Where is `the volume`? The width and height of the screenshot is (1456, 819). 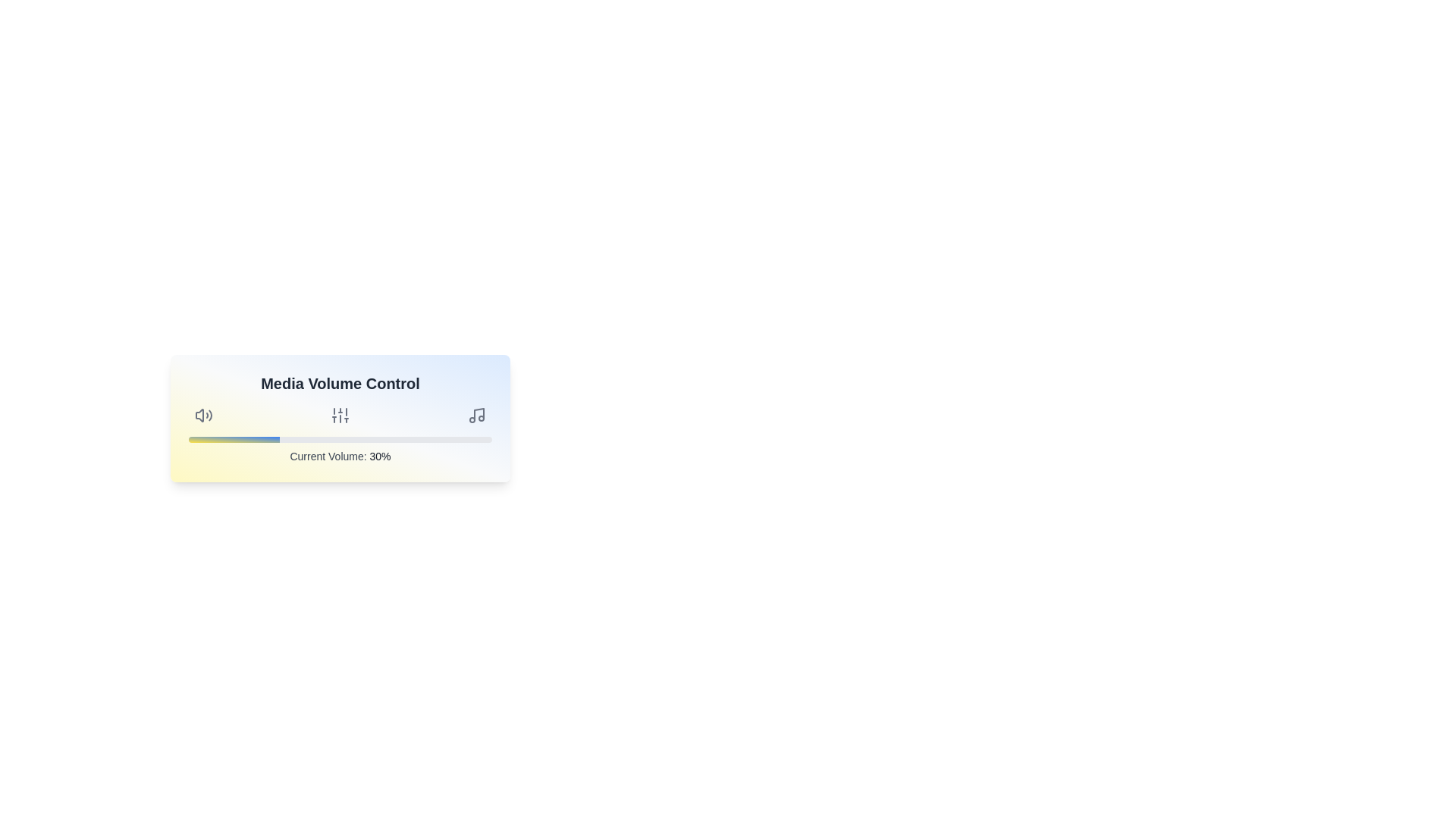
the volume is located at coordinates (482, 439).